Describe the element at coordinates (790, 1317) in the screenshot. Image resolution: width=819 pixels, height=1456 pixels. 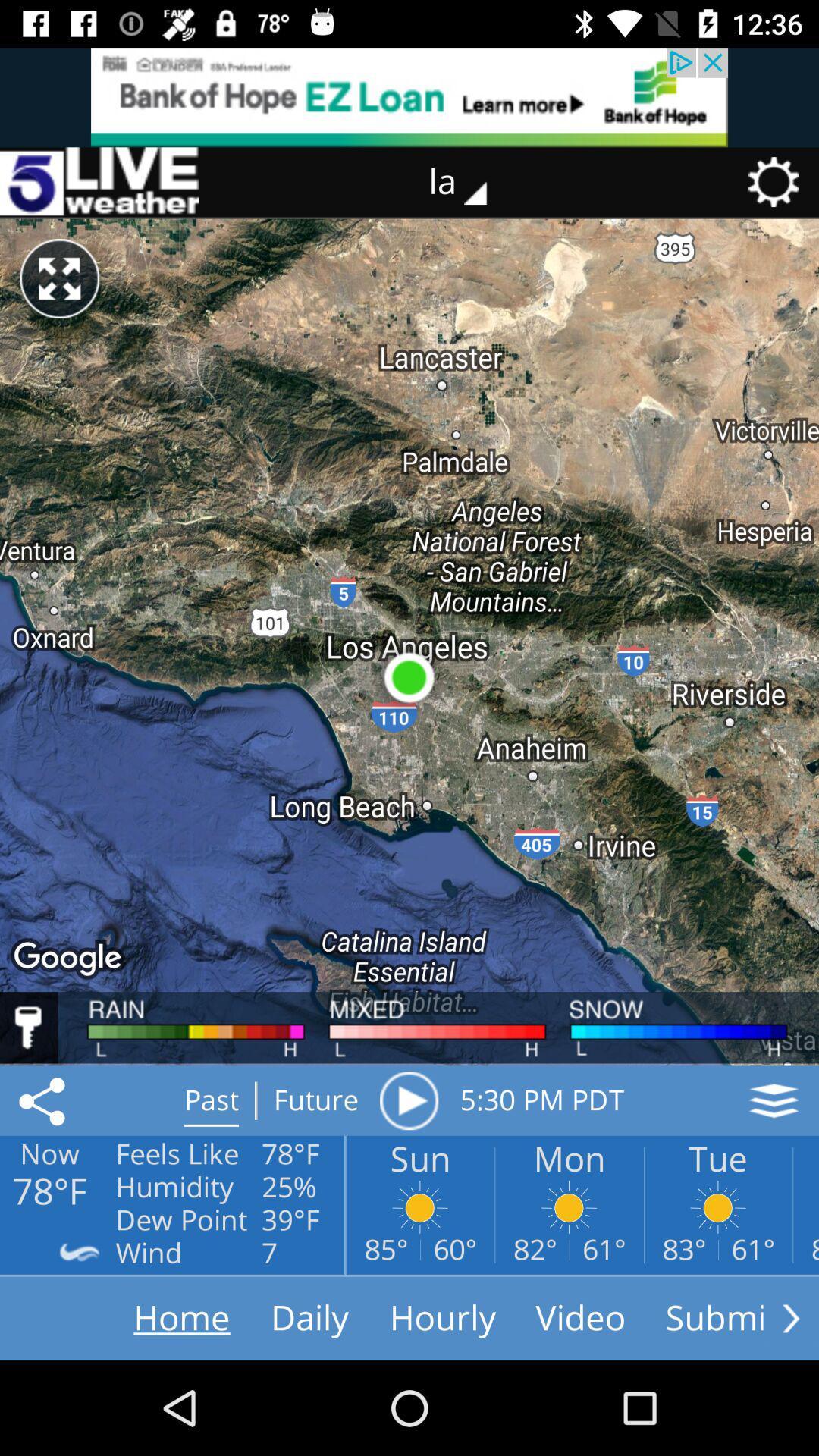
I see `the arrow_forward icon` at that location.